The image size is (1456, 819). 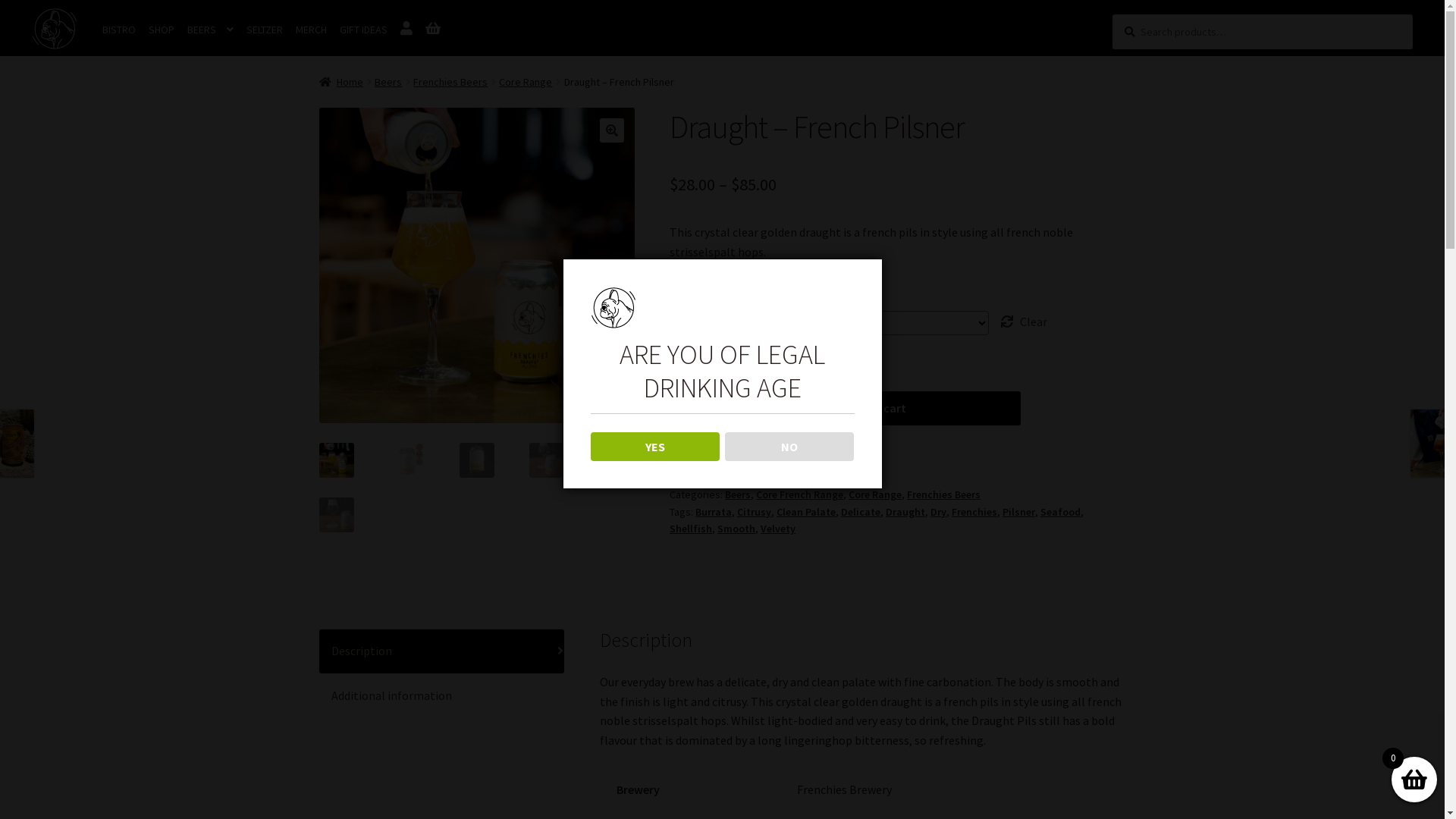 What do you see at coordinates (1024, 321) in the screenshot?
I see `'Clear'` at bounding box center [1024, 321].